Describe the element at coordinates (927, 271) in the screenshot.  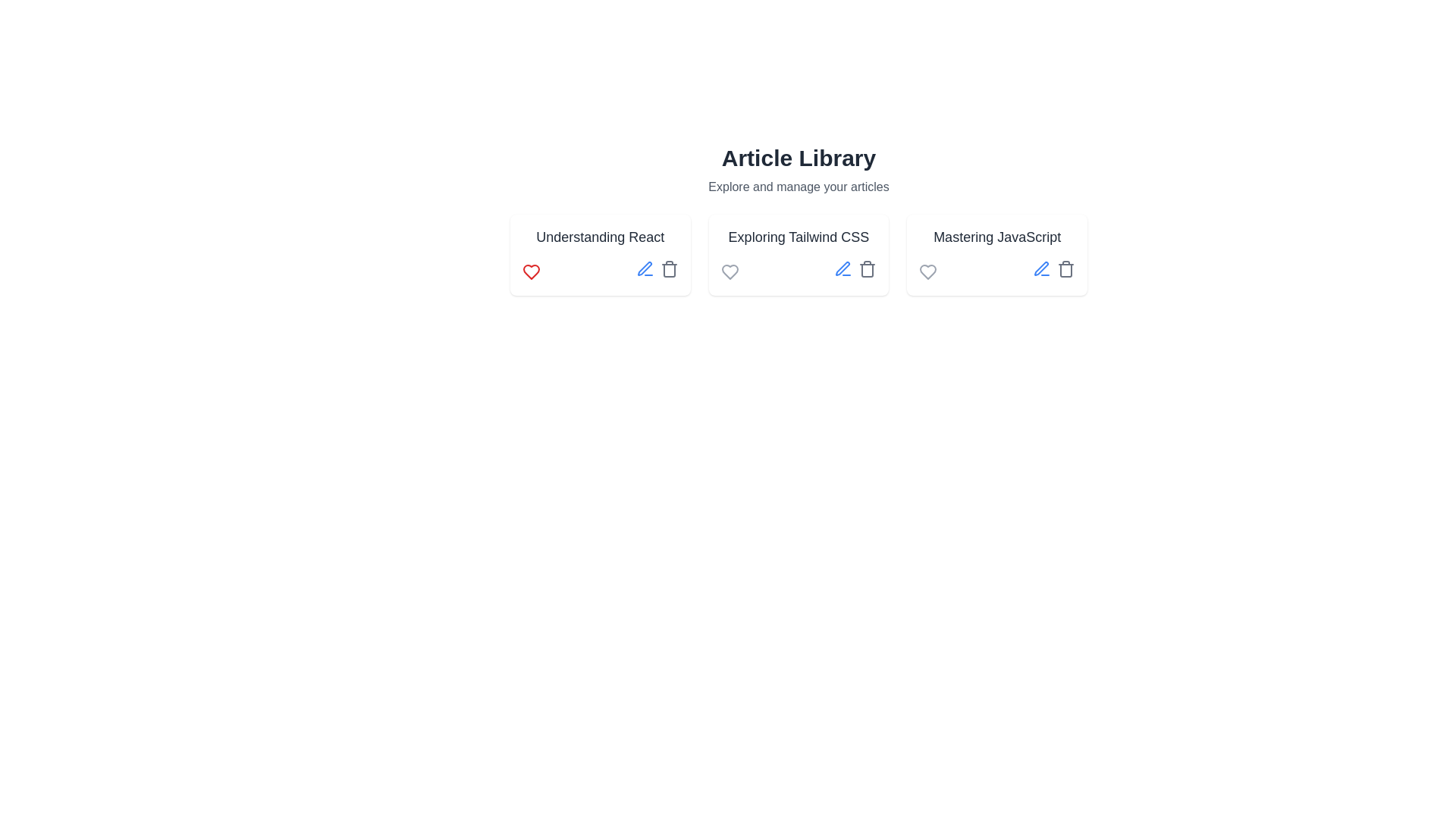
I see `the heart-shaped icon in the lower-left corner of the 'Mastering JavaScript' card` at that location.